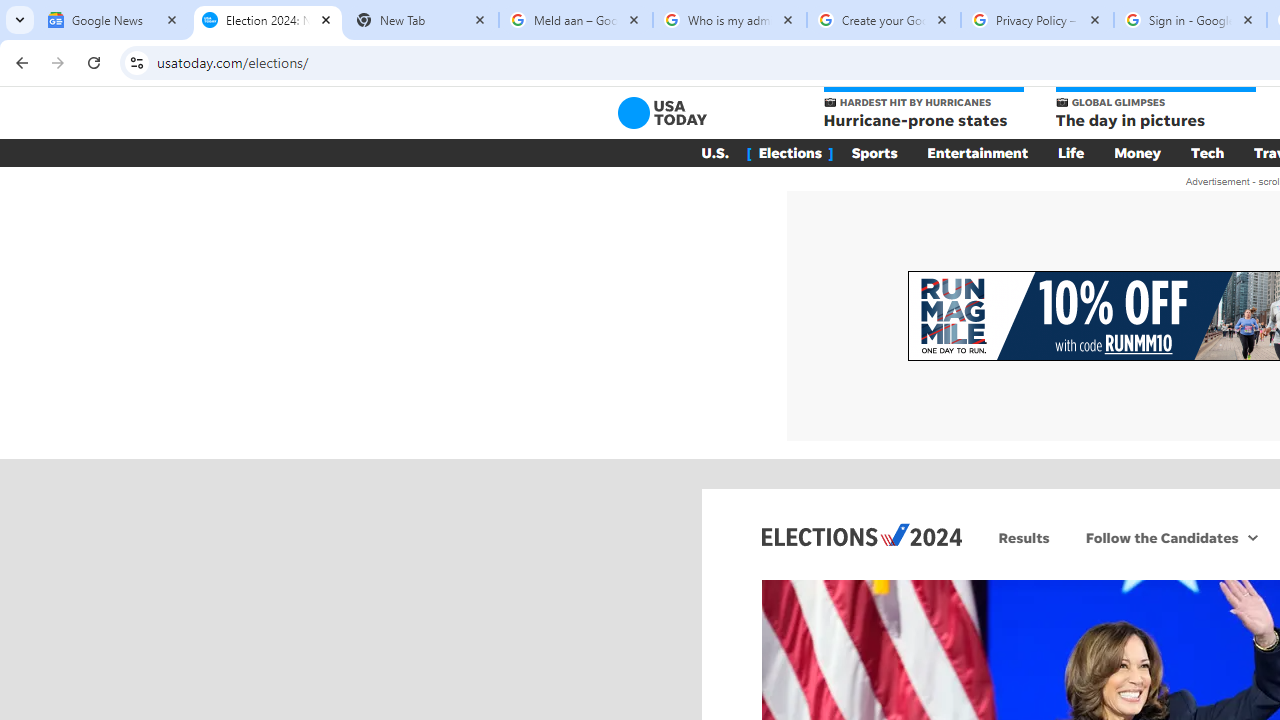 This screenshot has width=1280, height=720. I want to click on 'USA TODAY', so click(661, 113).